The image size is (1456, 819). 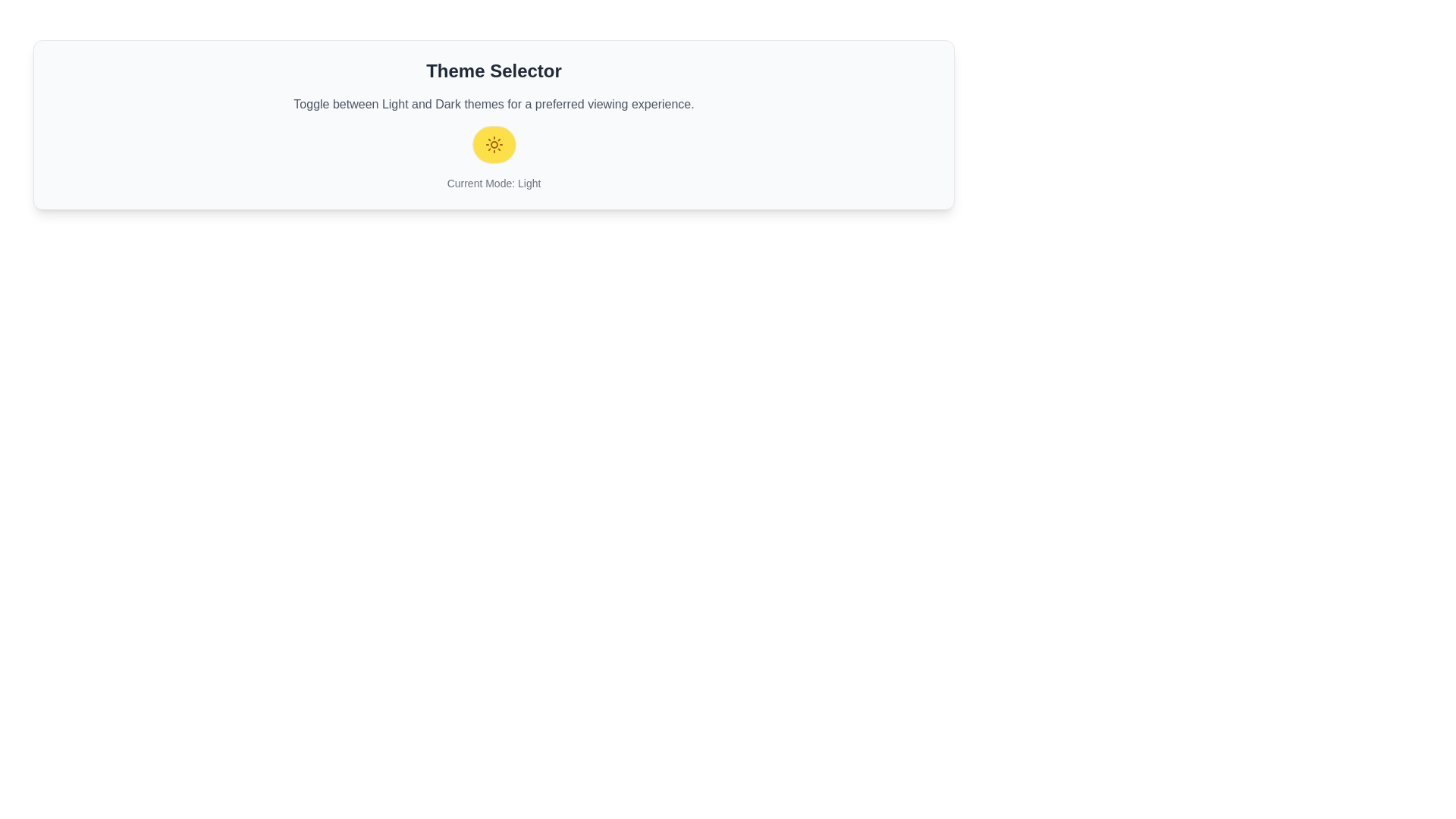 What do you see at coordinates (494, 145) in the screenshot?
I see `the circular yellow button with a sun icon` at bounding box center [494, 145].